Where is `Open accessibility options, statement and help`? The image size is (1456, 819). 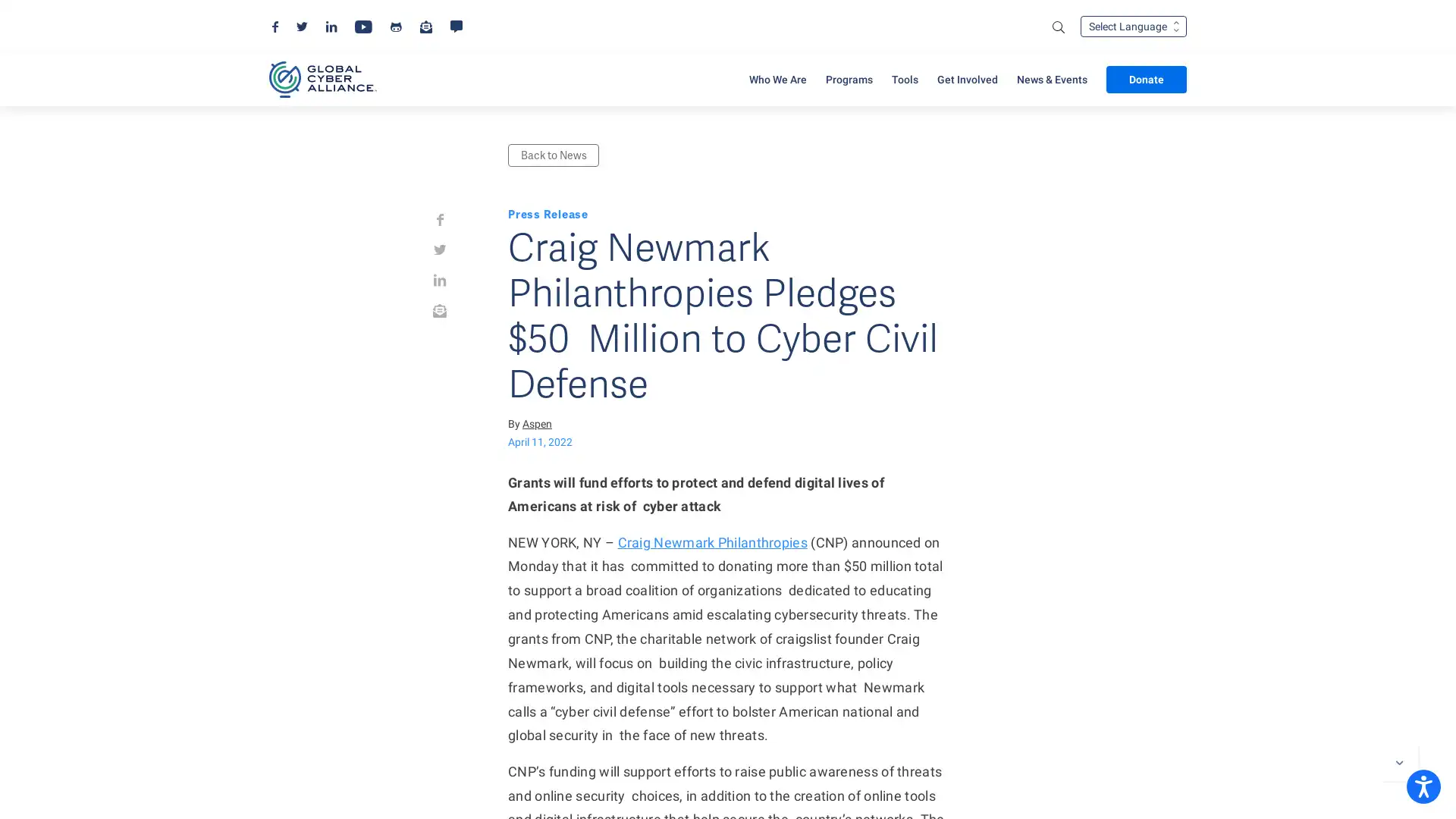
Open accessibility options, statement and help is located at coordinates (1423, 786).